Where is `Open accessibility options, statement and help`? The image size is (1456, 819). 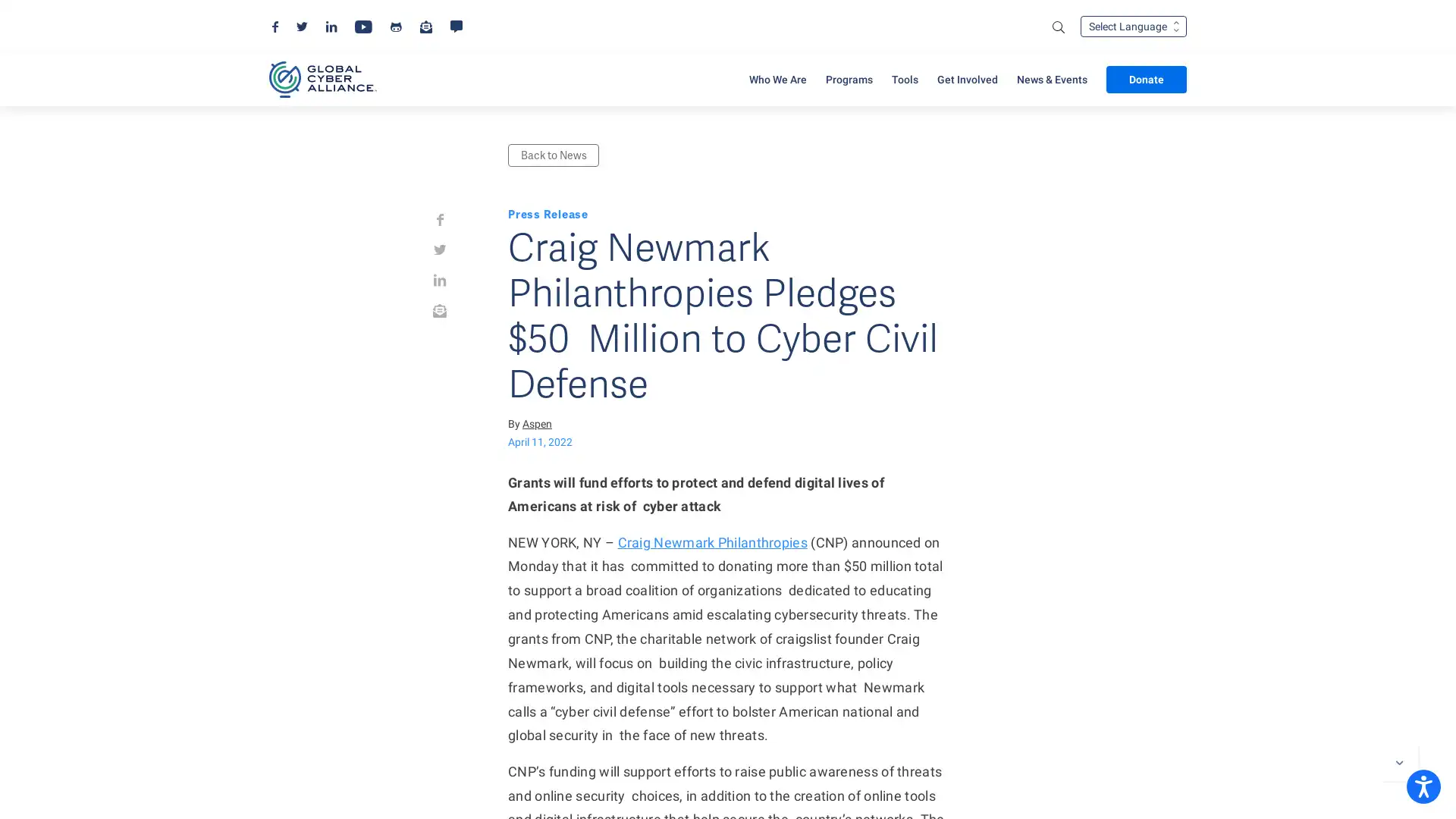
Open accessibility options, statement and help is located at coordinates (1423, 786).